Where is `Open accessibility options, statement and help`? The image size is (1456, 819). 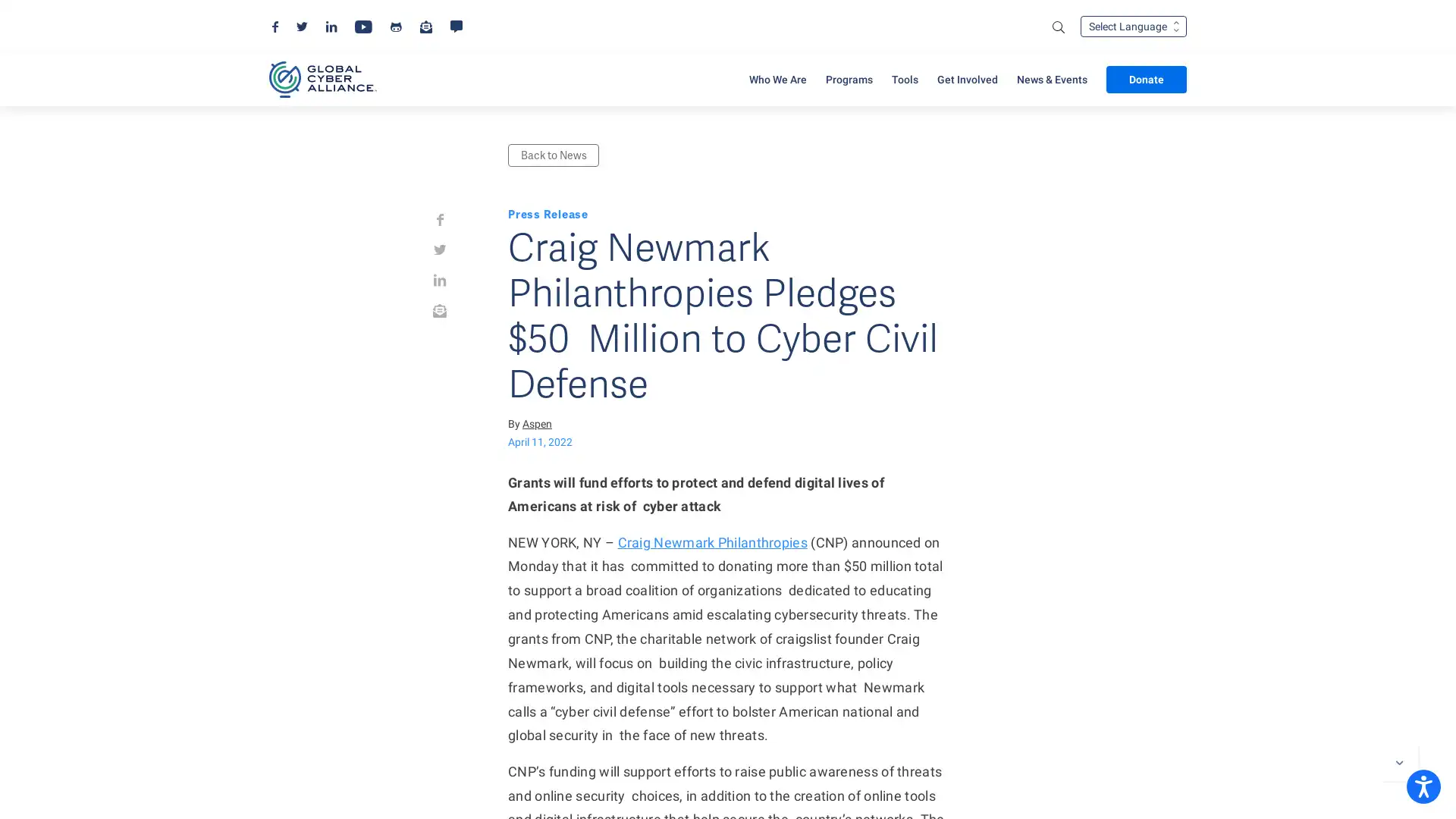
Open accessibility options, statement and help is located at coordinates (1423, 786).